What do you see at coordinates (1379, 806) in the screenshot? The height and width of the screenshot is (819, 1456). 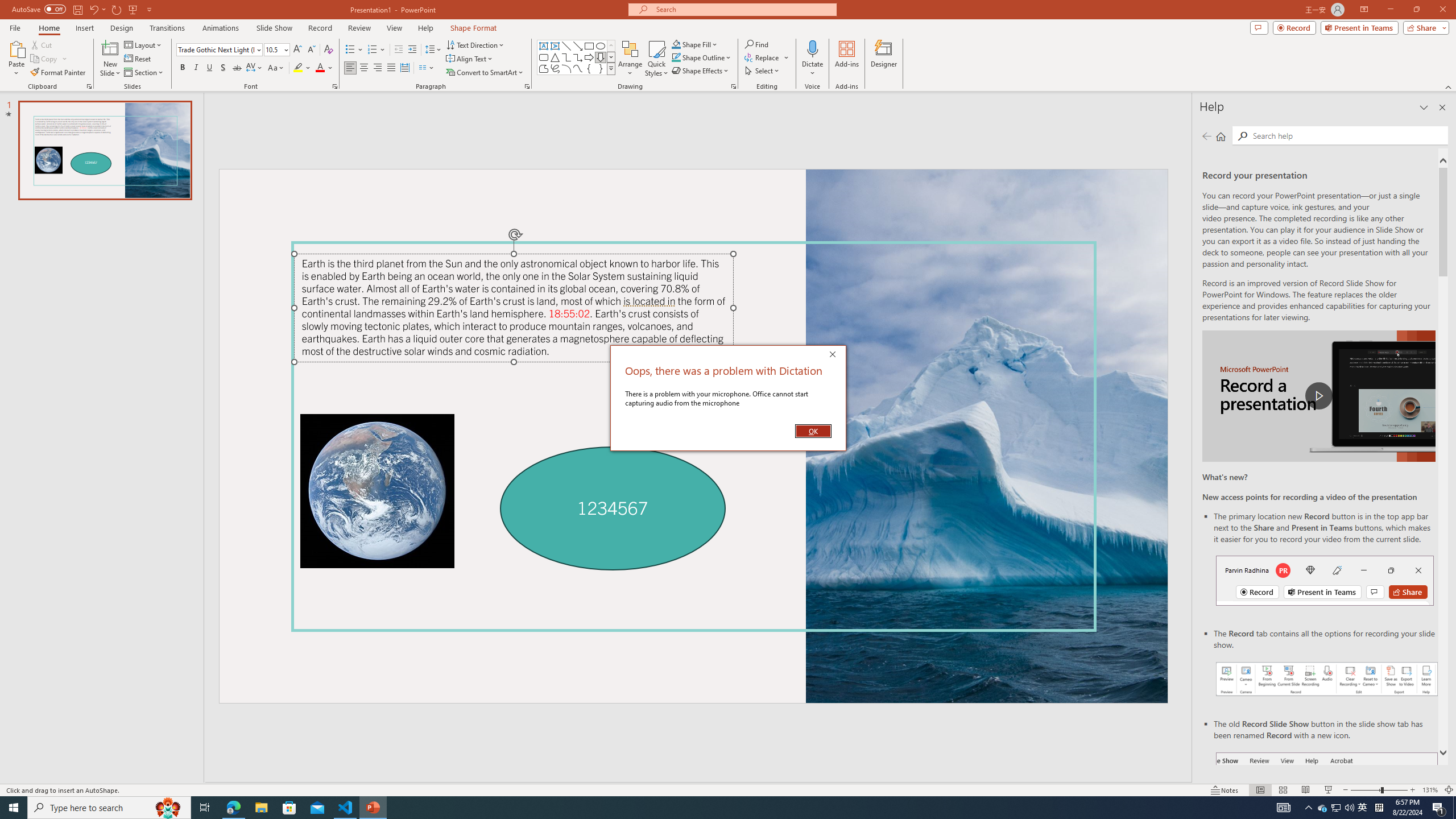 I see `'Tray Input Indicator - Chinese (Simplified, China)'` at bounding box center [1379, 806].